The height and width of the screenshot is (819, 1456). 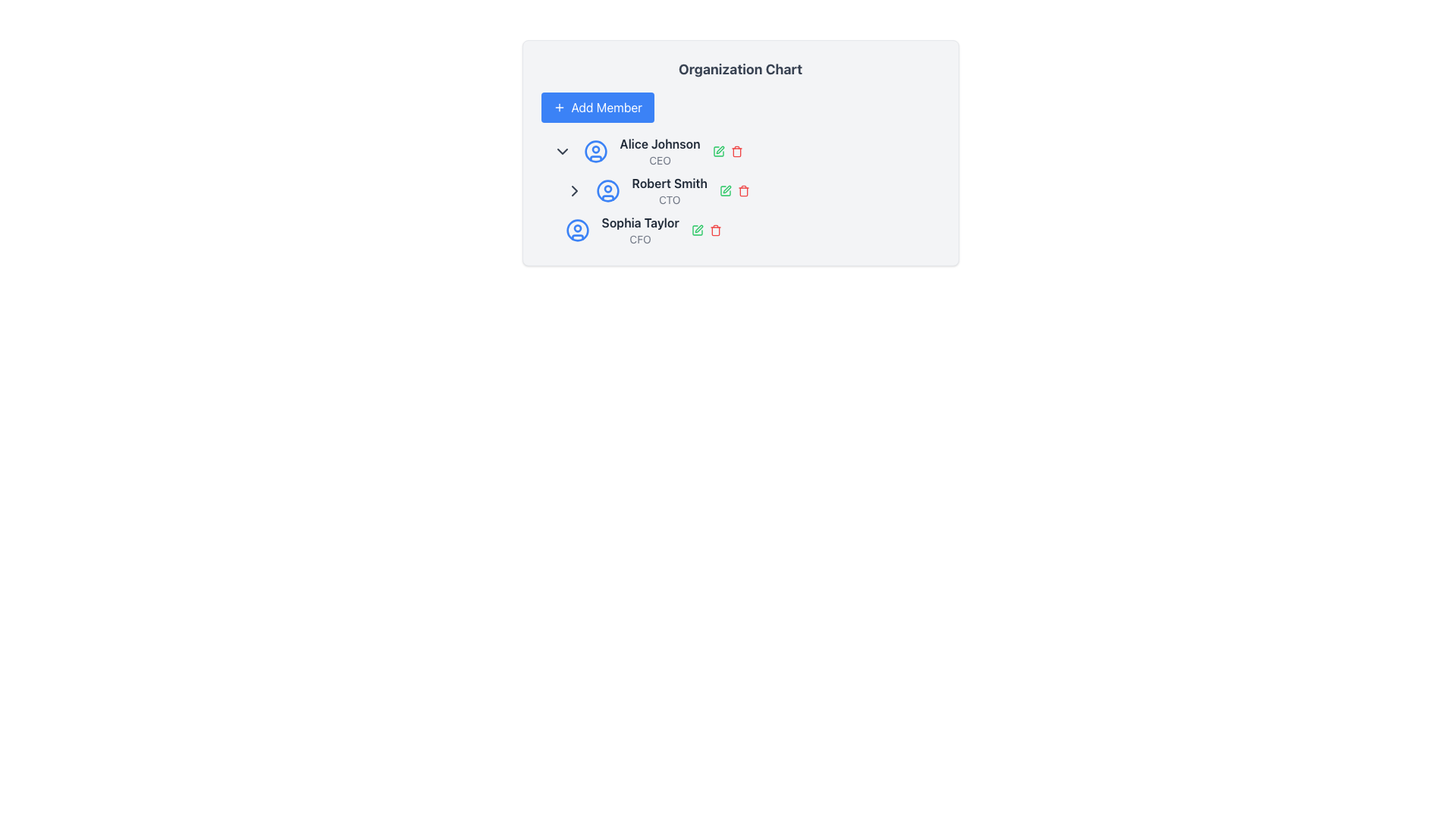 I want to click on the small vector icon resembling a pen or edit tool located on the right-hand side of the row for 'Alice Johnson' in the organization chart, so click(x=719, y=149).